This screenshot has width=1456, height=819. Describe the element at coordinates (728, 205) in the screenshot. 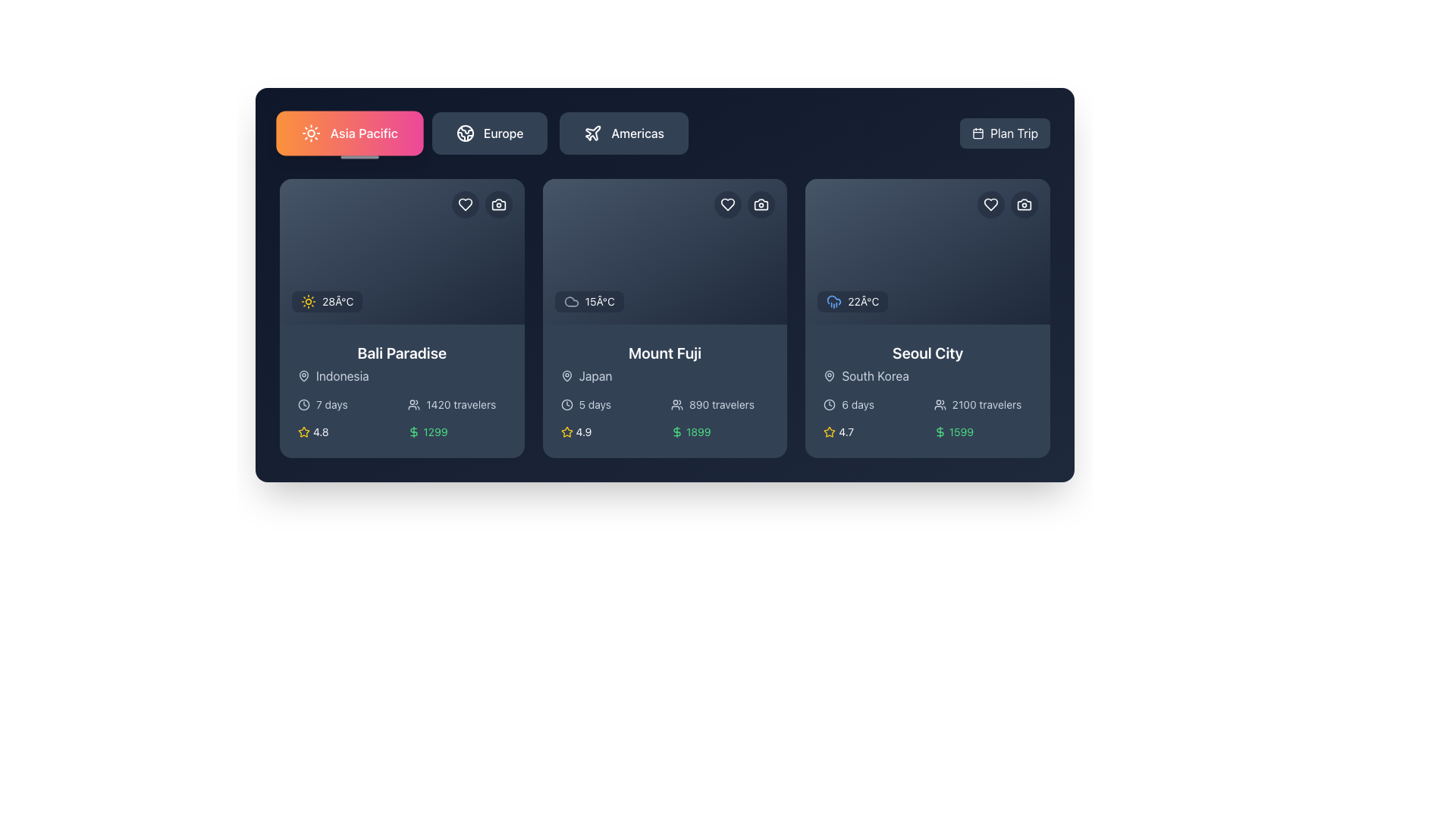

I see `the heart icon in the top-right corner of the 'Mount Fuji' card` at that location.